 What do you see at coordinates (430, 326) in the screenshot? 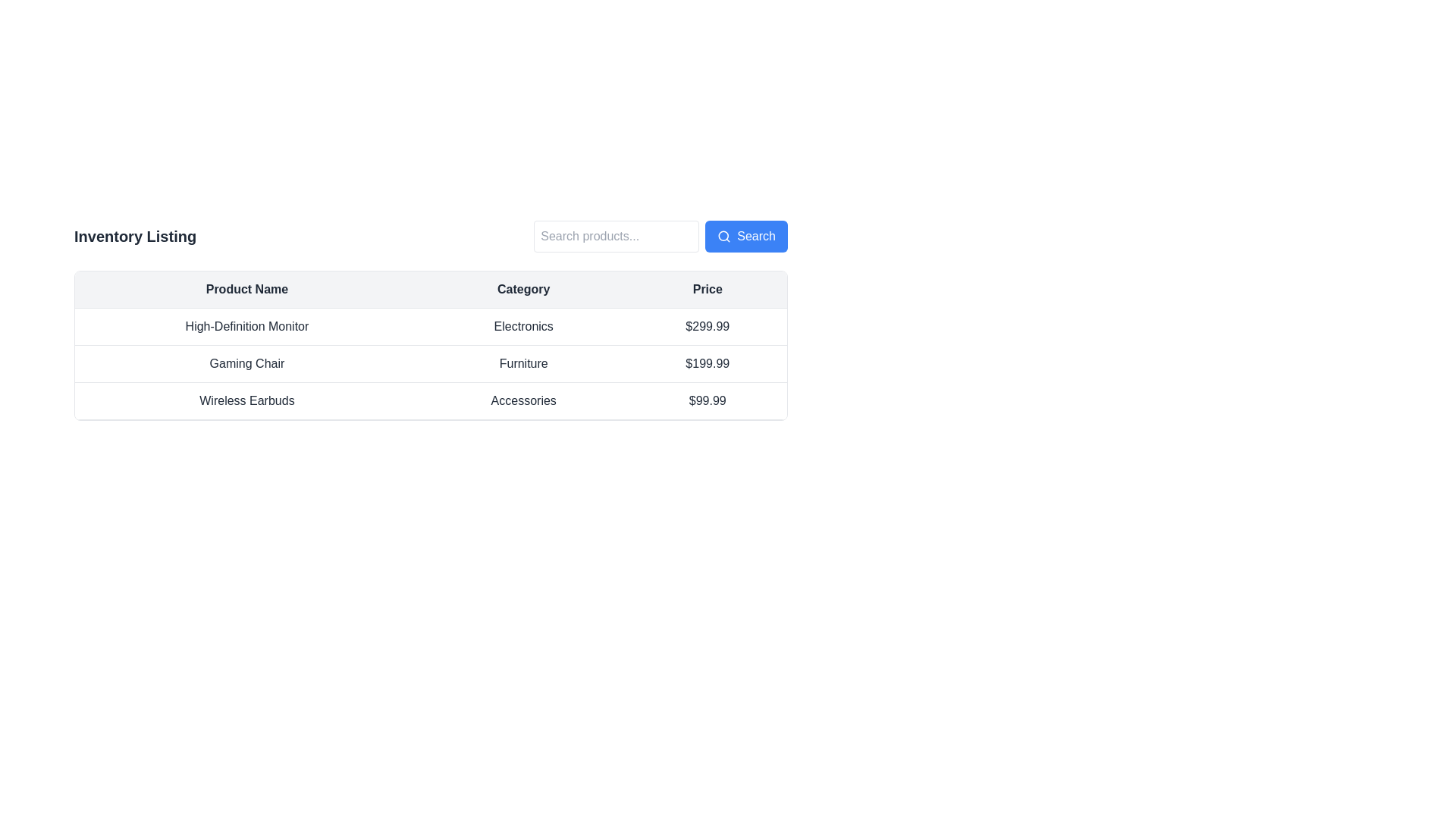
I see `the first row of the table that displays product details, including name, type, and price` at bounding box center [430, 326].